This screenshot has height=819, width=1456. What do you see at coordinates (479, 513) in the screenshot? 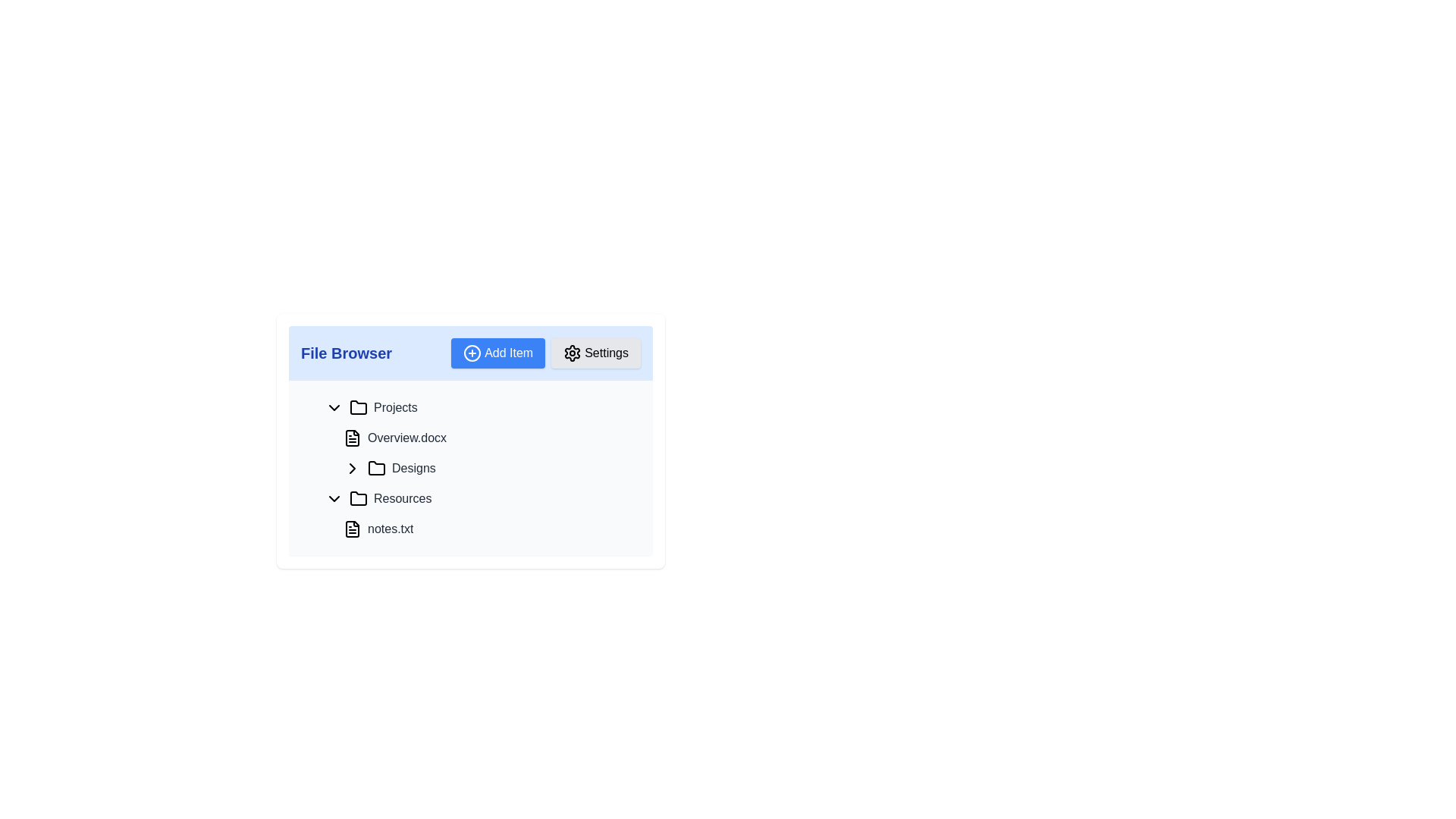
I see `the list item labeled 'notes.txt' which is displayed in a gray-colored area within a file browsing interface, located as the second item under the 'Resources' folder` at bounding box center [479, 513].